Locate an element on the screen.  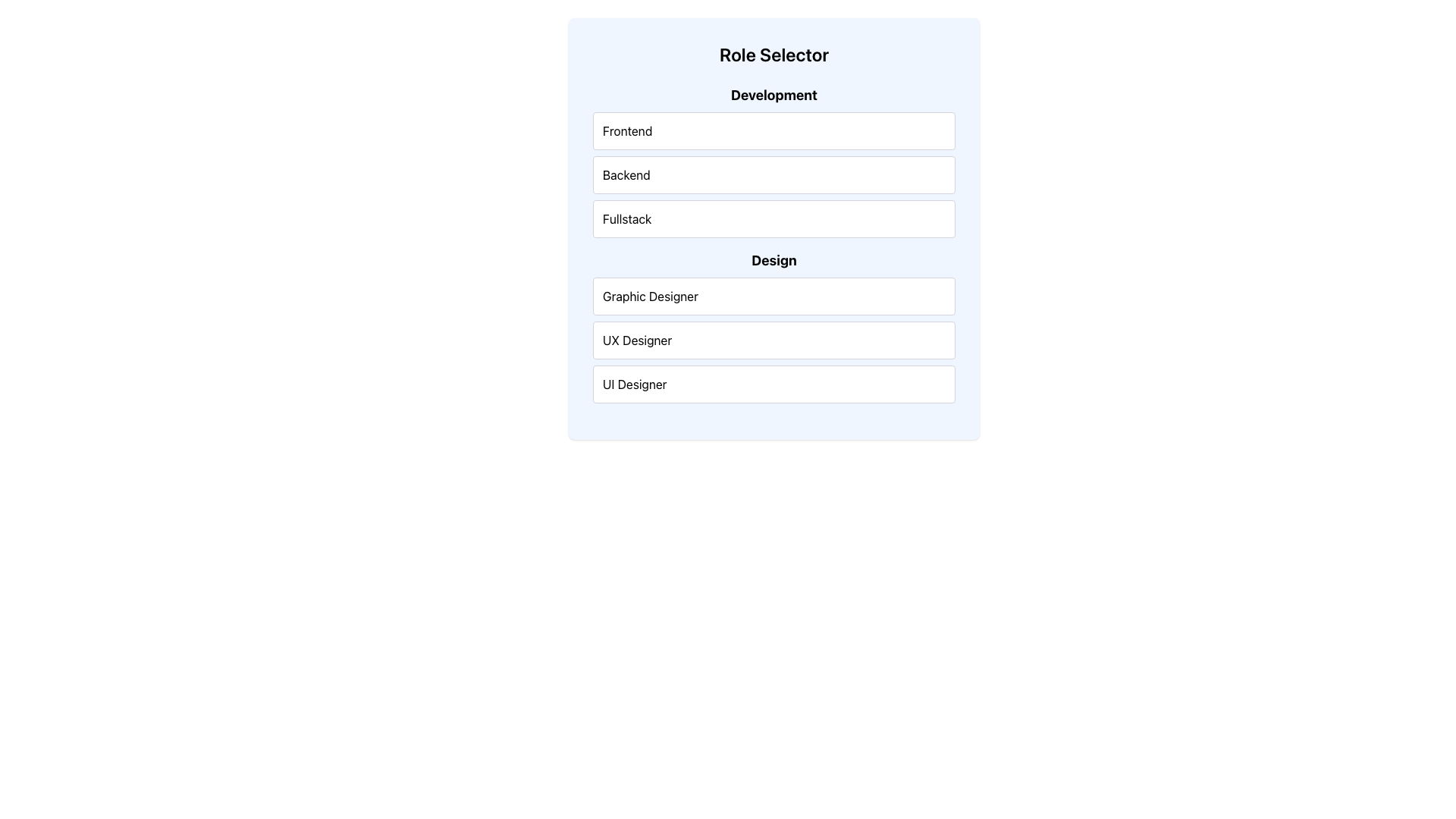
the second item labeled 'UX Designer' in the 'Design' section of the list is located at coordinates (774, 339).